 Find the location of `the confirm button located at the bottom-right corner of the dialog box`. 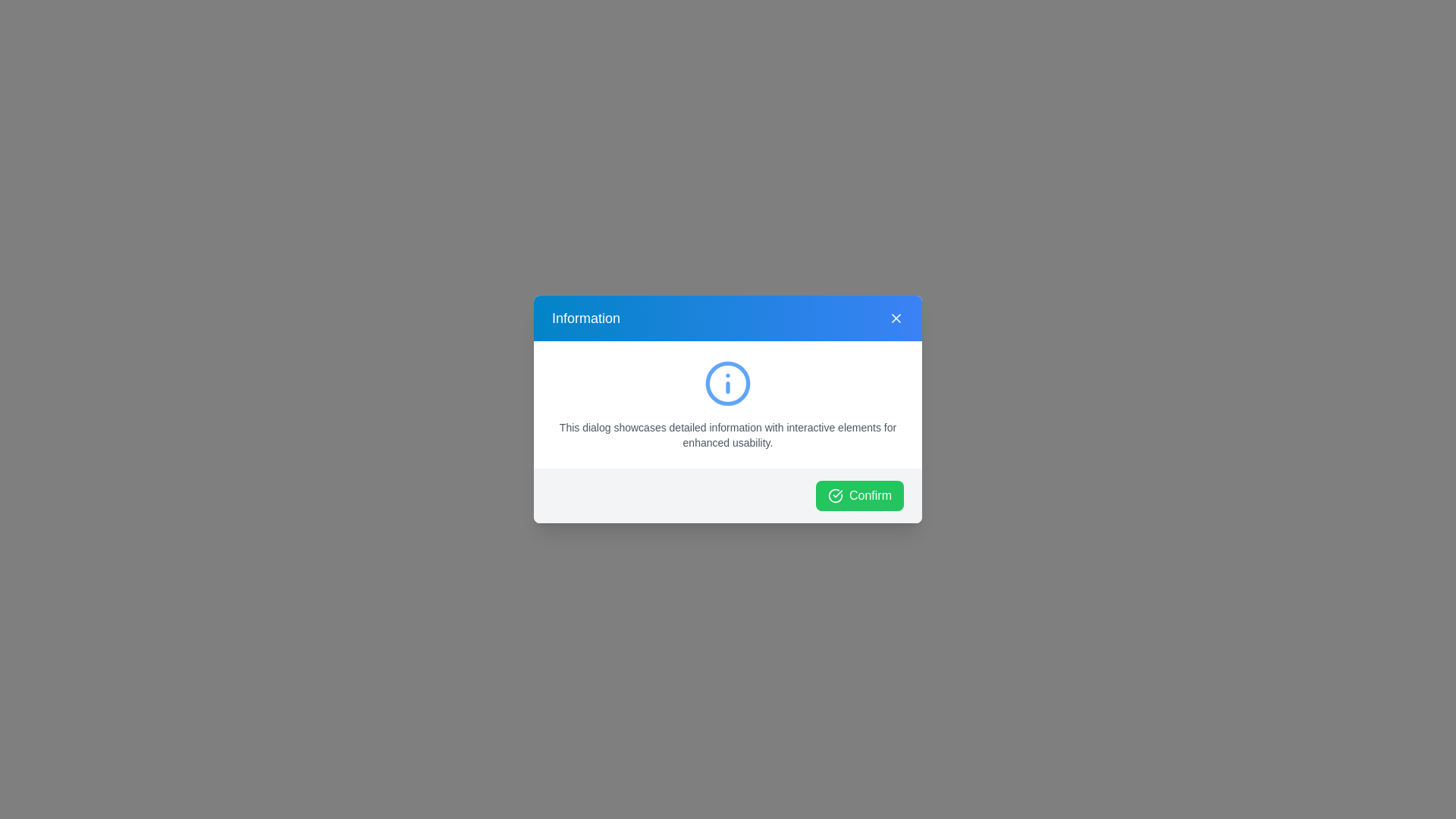

the confirm button located at the bottom-right corner of the dialog box is located at coordinates (859, 496).